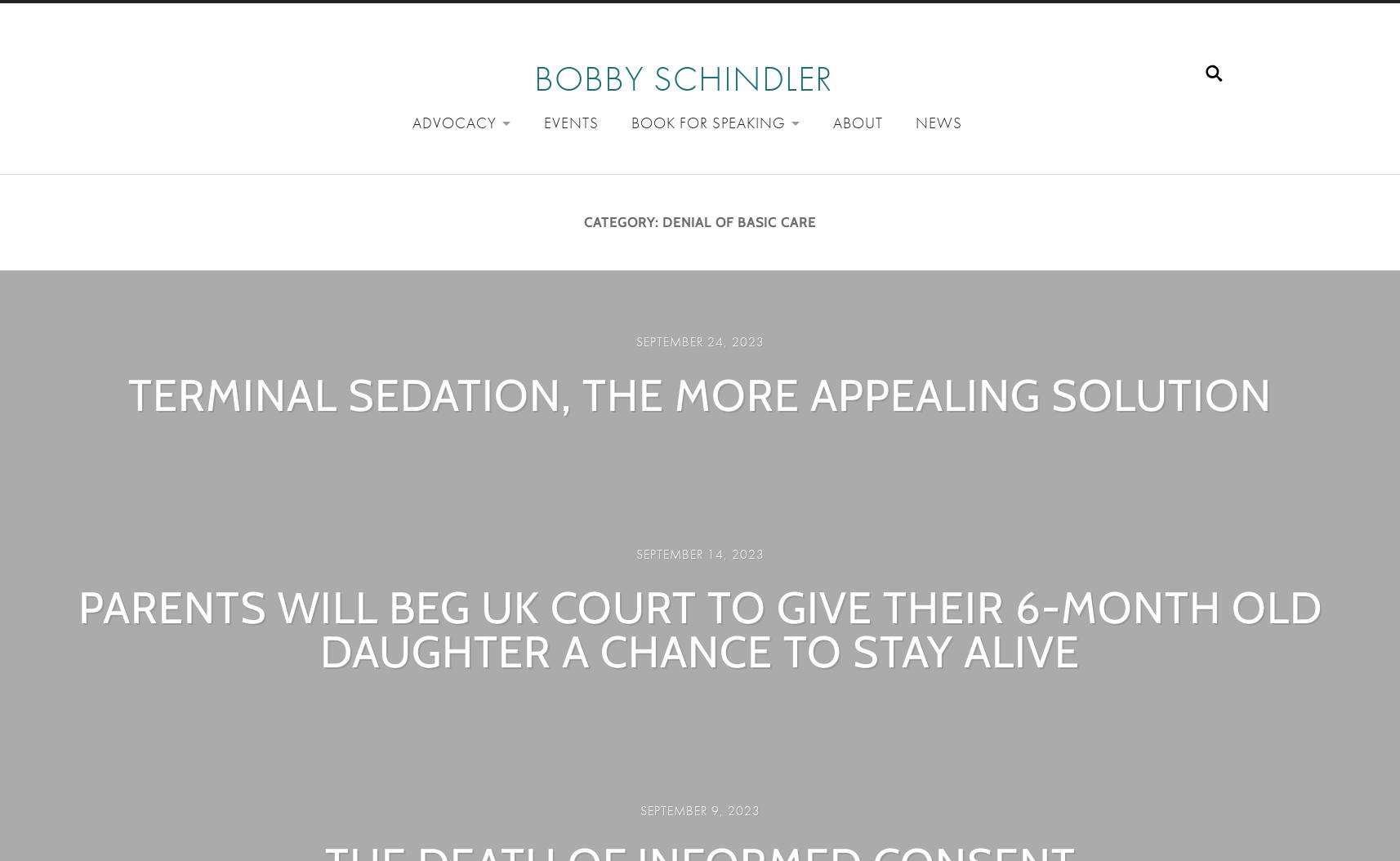 Image resolution: width=1400 pixels, height=861 pixels. Describe the element at coordinates (700, 221) in the screenshot. I see `'Category: Denial of Basic Care'` at that location.